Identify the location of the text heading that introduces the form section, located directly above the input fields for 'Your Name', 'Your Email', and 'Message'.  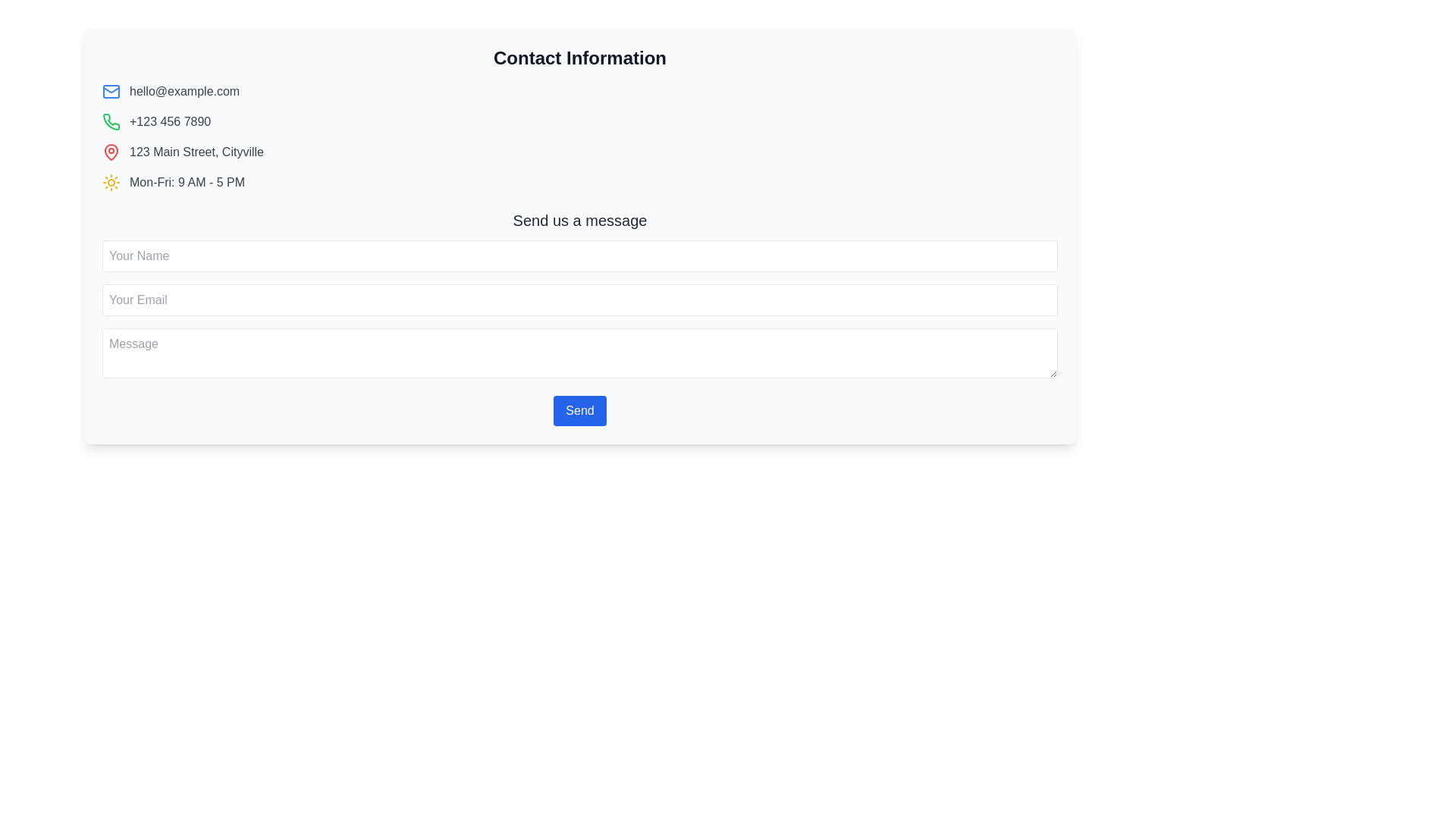
(579, 220).